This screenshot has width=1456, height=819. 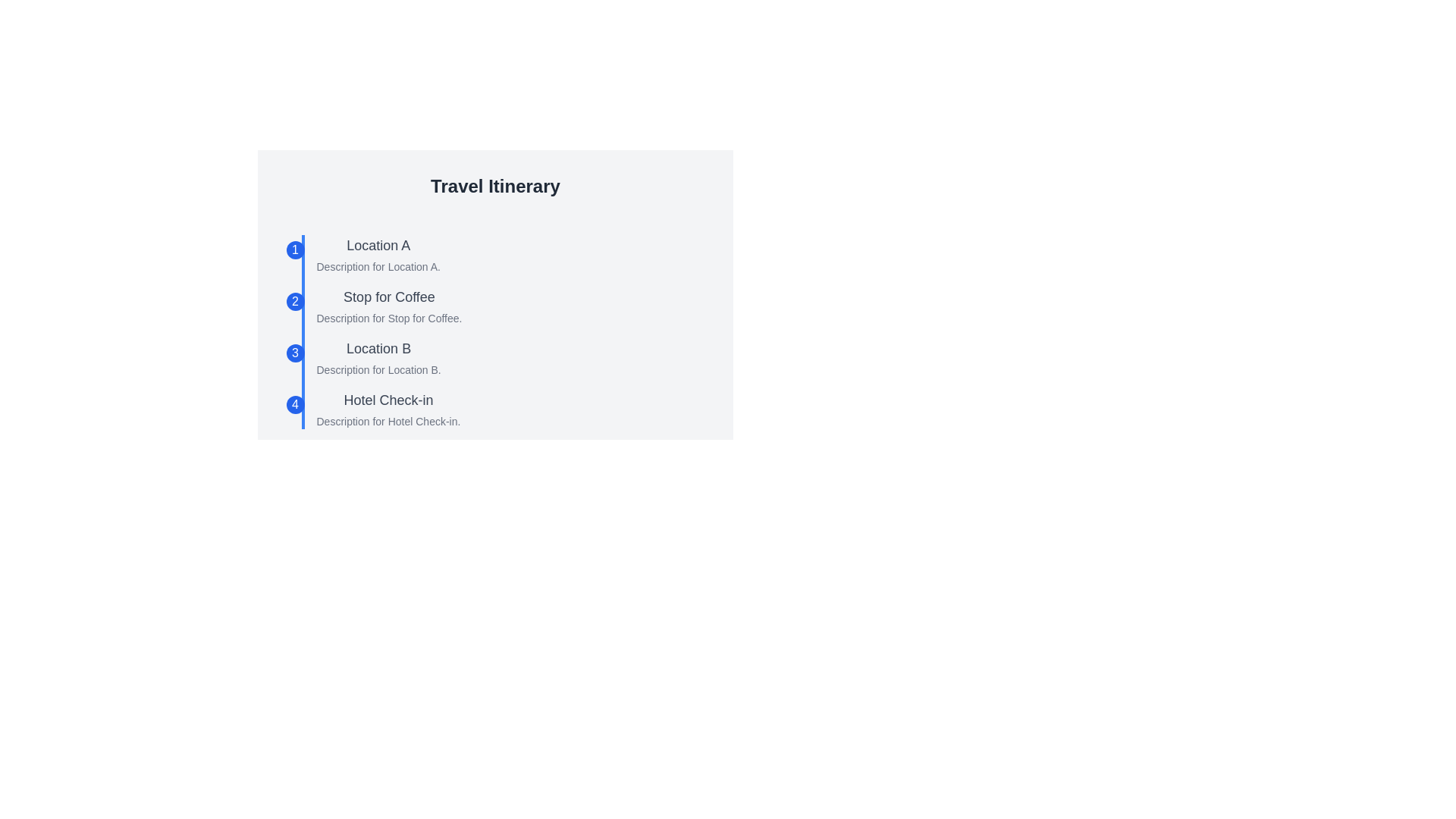 What do you see at coordinates (497, 306) in the screenshot?
I see `the second item in the travel itinerary list, which provides information about a stop, located between 'Location A' and 'Location B'` at bounding box center [497, 306].